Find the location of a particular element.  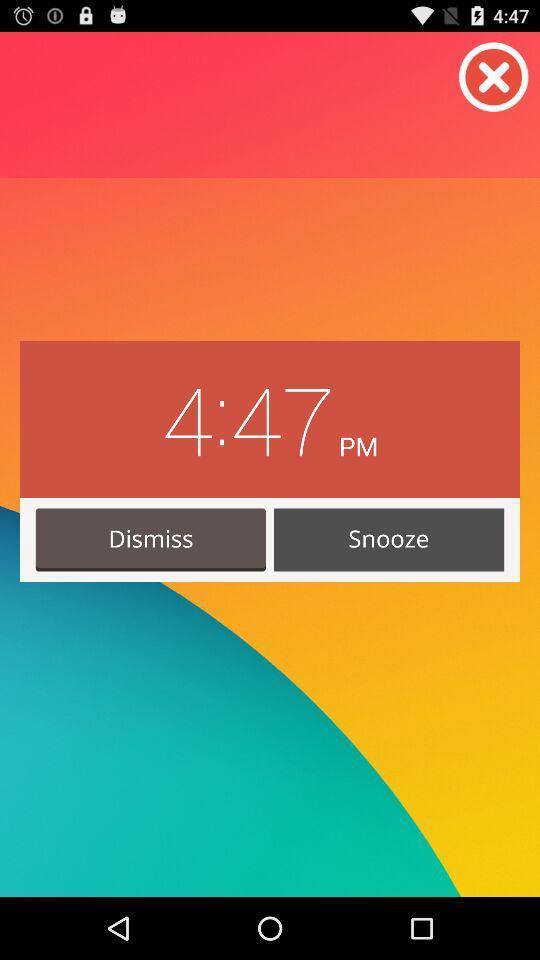

button is located at coordinates (493, 77).